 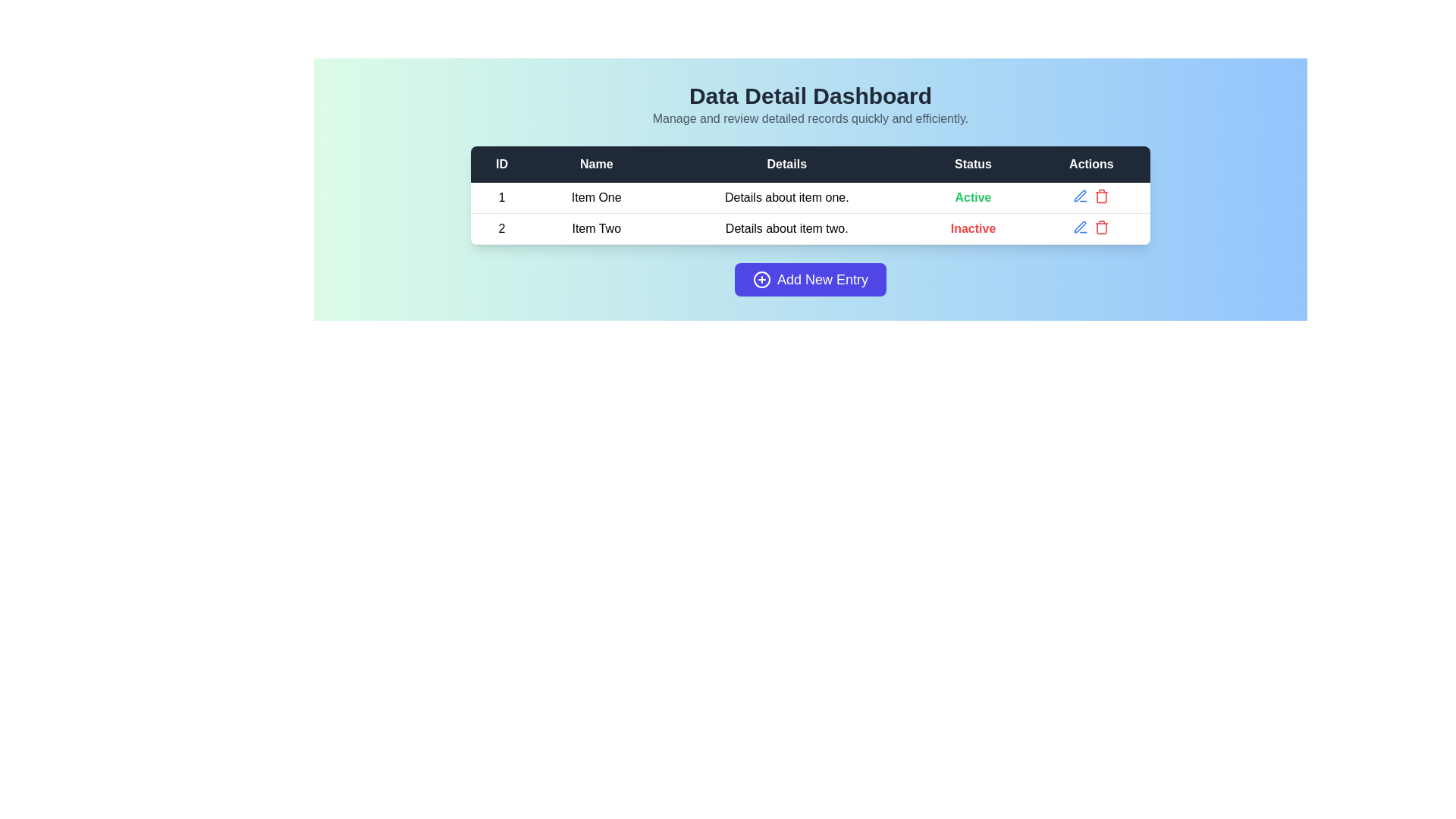 I want to click on the 'Inactive' status text label for 'Item Two' located in the second row of the 'Status' column in the table, so click(x=973, y=228).